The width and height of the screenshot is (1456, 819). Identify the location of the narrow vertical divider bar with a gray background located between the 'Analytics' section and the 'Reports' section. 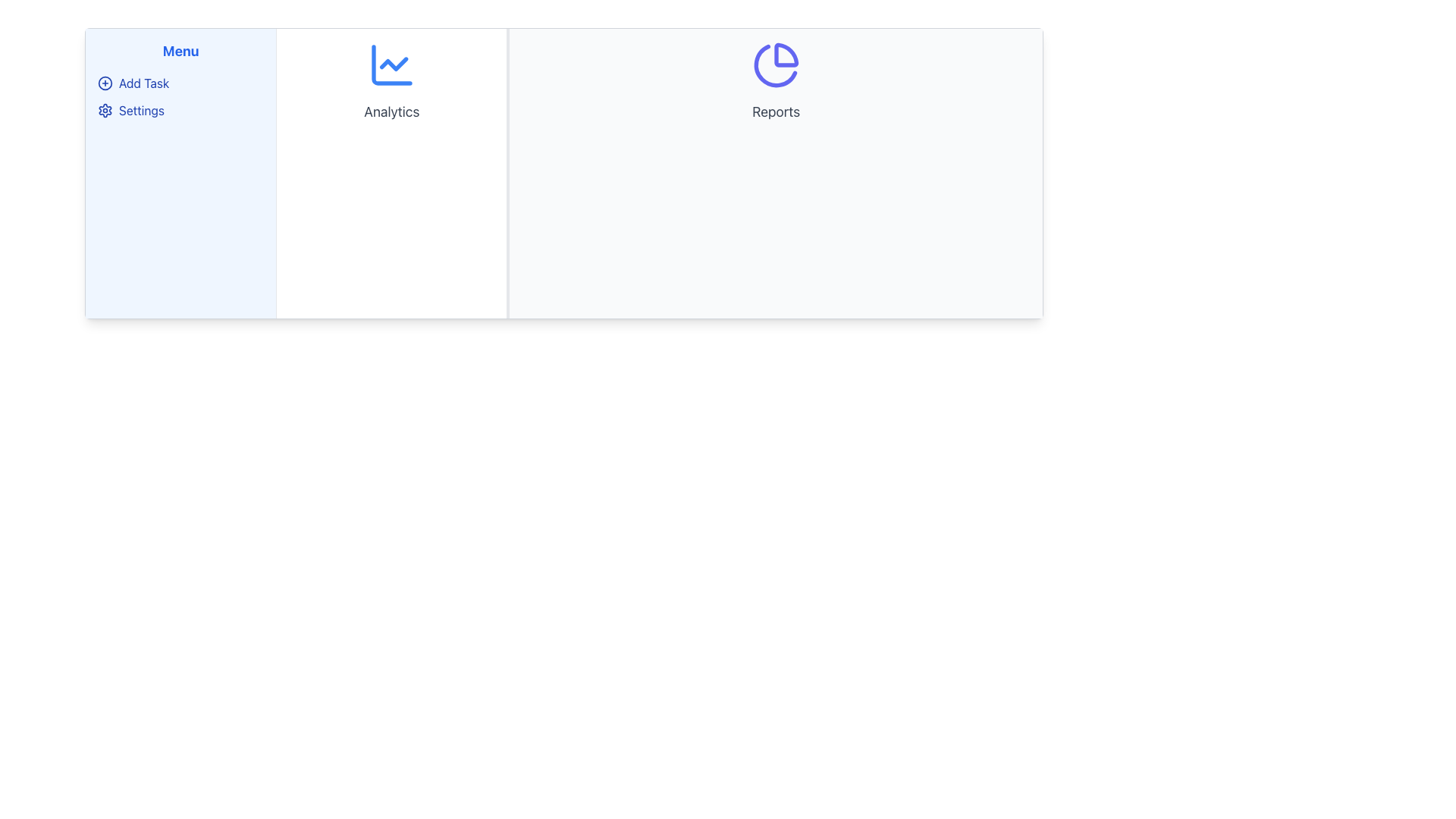
(508, 172).